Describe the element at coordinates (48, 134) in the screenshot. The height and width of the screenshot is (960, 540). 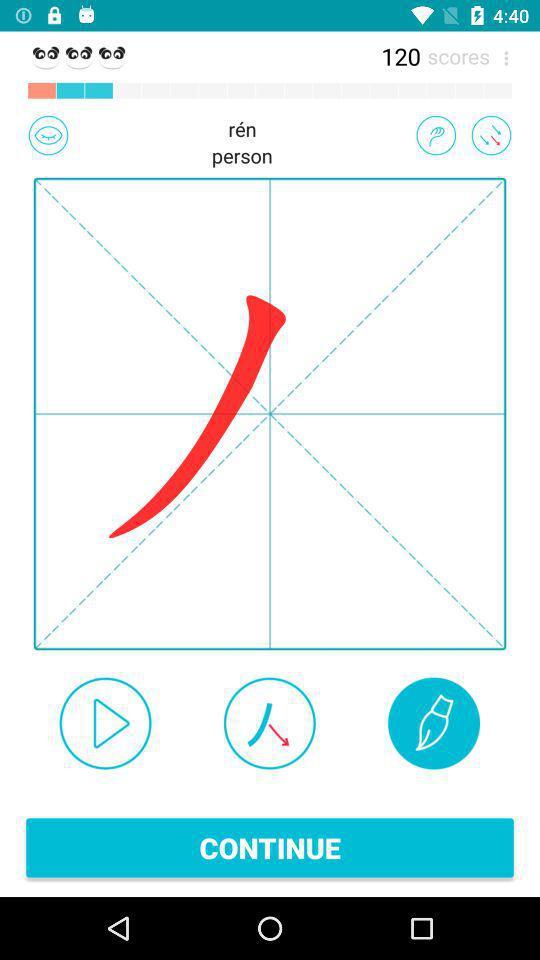
I see `the image which is left to the text ren person` at that location.